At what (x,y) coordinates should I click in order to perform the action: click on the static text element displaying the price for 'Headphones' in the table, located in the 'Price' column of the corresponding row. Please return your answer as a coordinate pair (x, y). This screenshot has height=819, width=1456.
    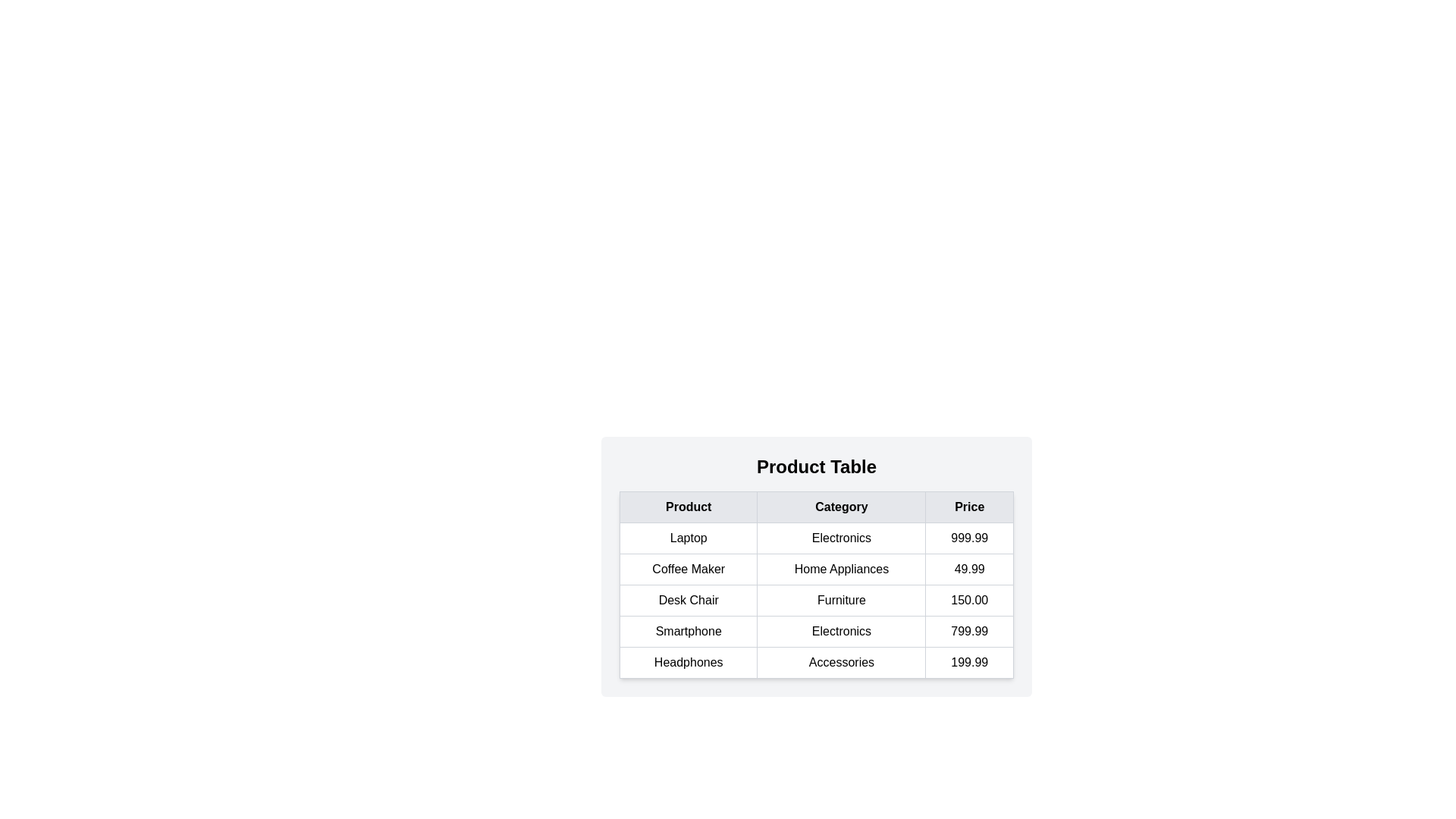
    Looking at the image, I should click on (968, 662).